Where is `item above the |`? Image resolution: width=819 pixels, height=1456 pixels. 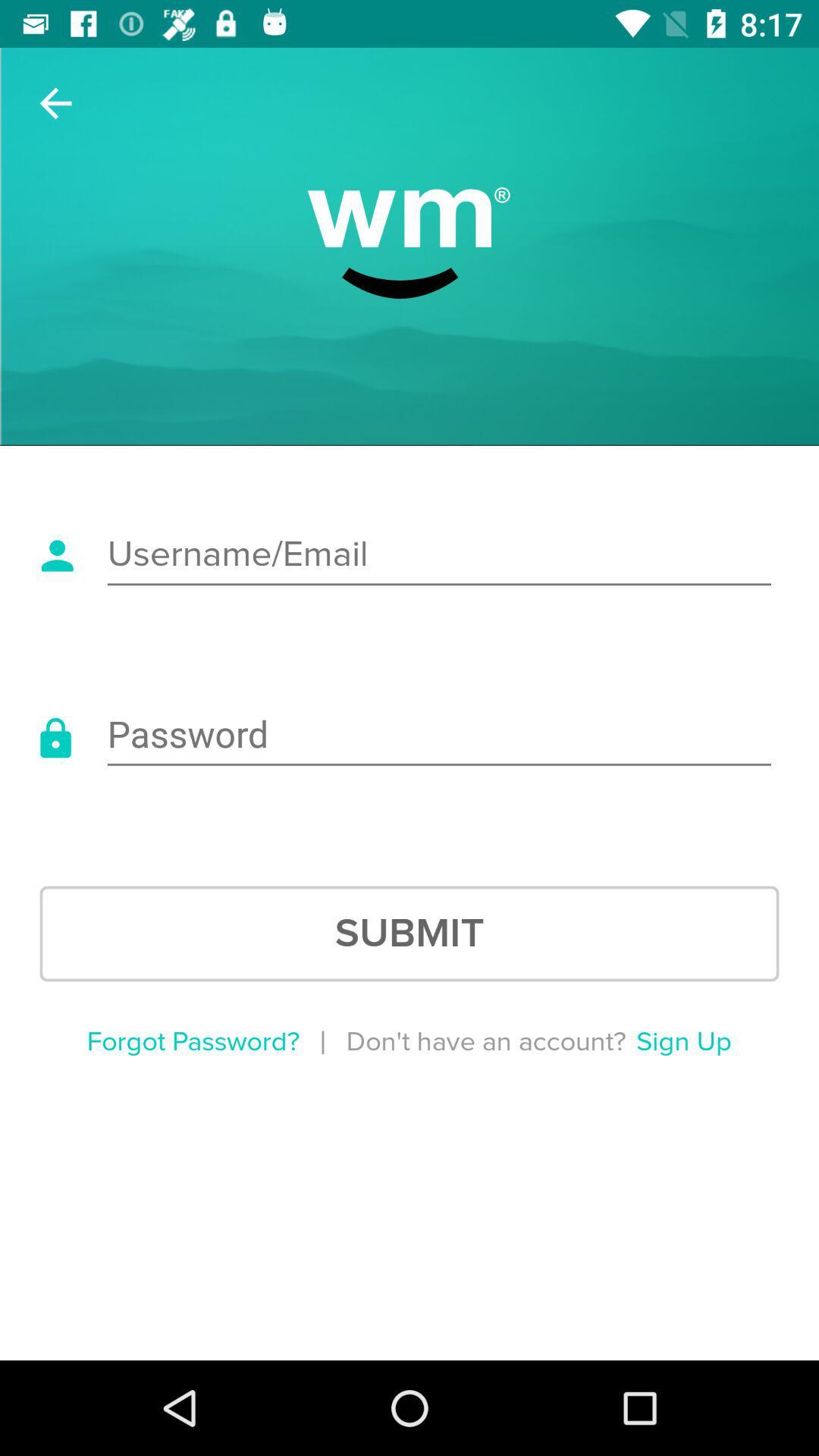
item above the | is located at coordinates (409, 933).